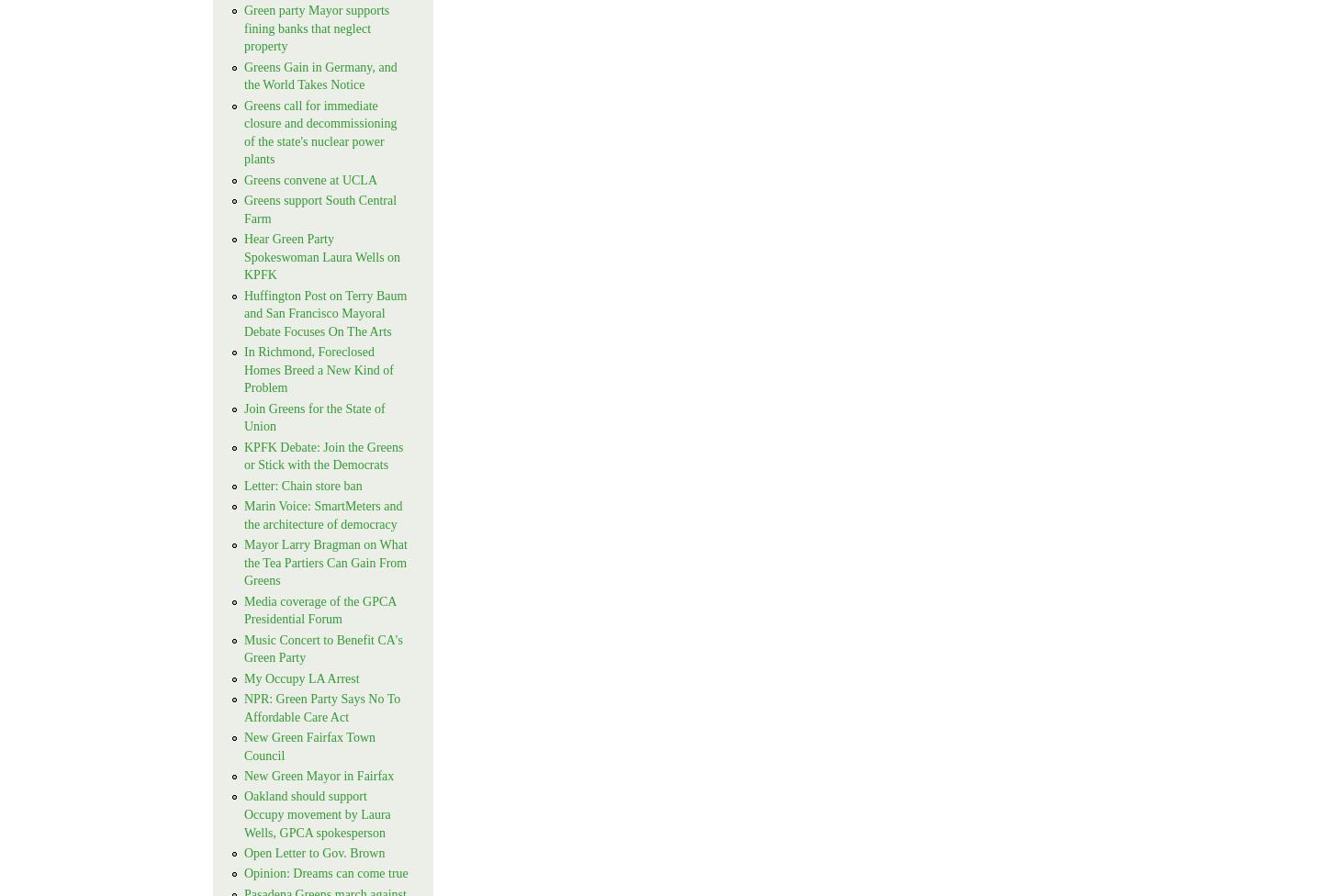 Image resolution: width=1322 pixels, height=896 pixels. I want to click on 'Marin Voice: SmartMeters and the architecture of democracy', so click(242, 515).